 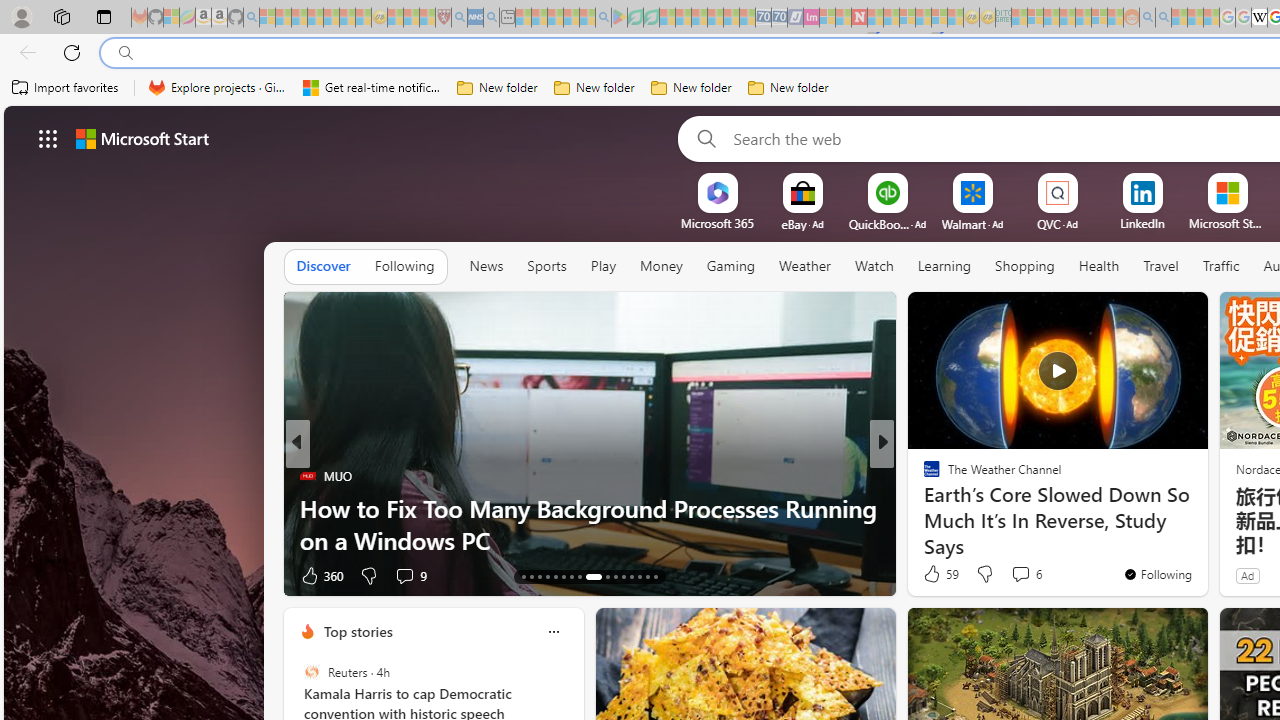 What do you see at coordinates (922, 475) in the screenshot?
I see `'XDA Developers'` at bounding box center [922, 475].